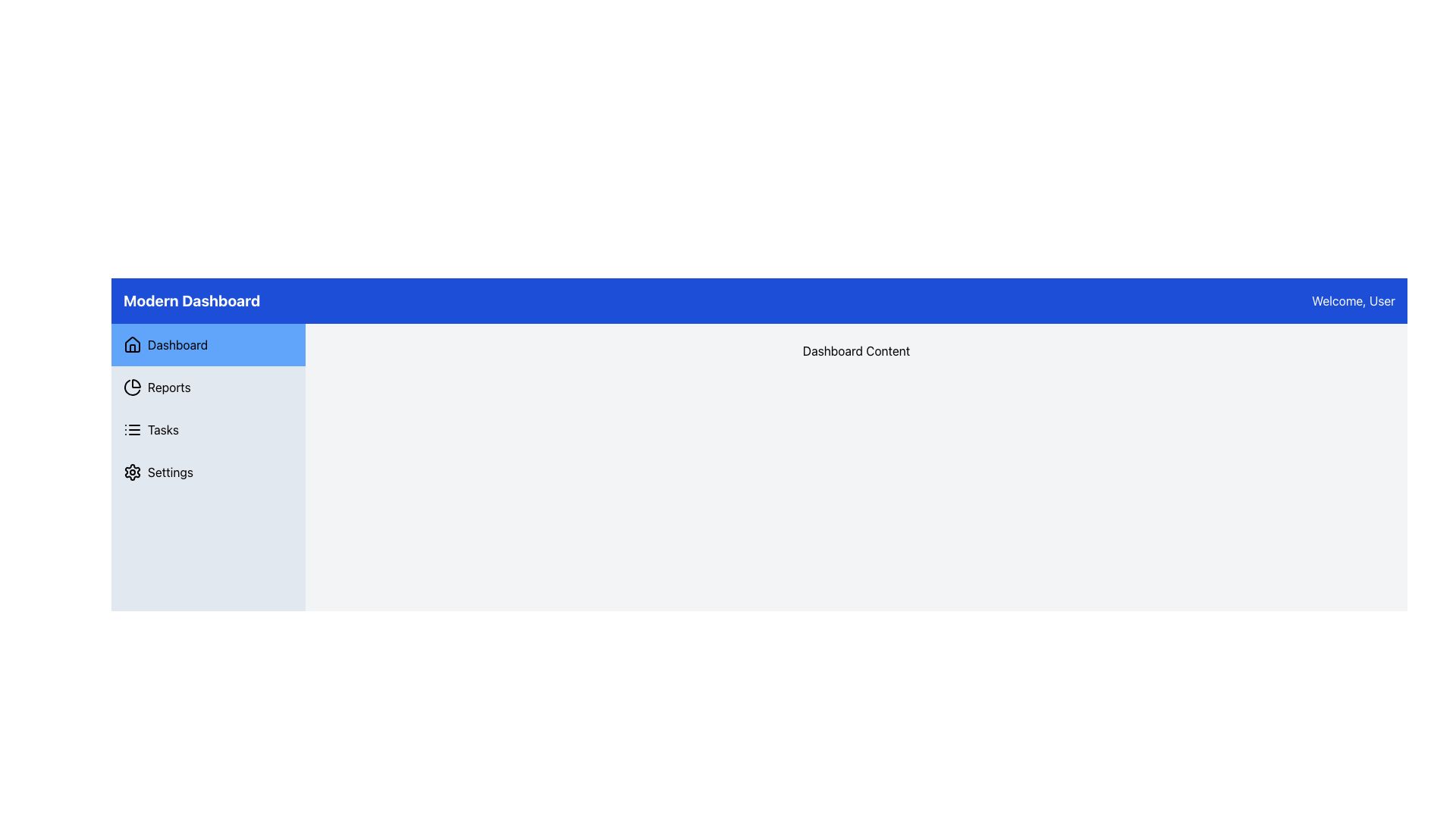 This screenshot has height=819, width=1456. Describe the element at coordinates (191, 301) in the screenshot. I see `the text label that serves as the title or branding for the dashboard interface, positioned at the far left of the top blue header bar` at that location.